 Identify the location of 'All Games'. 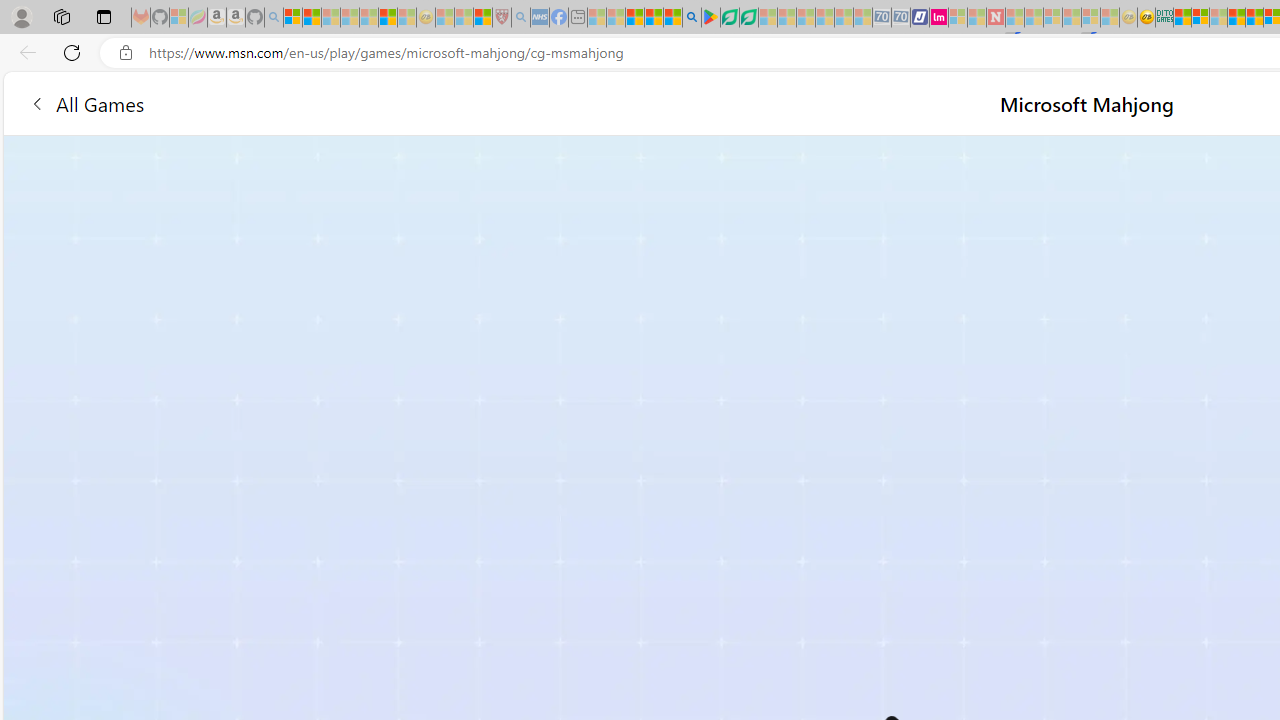
(85, 103).